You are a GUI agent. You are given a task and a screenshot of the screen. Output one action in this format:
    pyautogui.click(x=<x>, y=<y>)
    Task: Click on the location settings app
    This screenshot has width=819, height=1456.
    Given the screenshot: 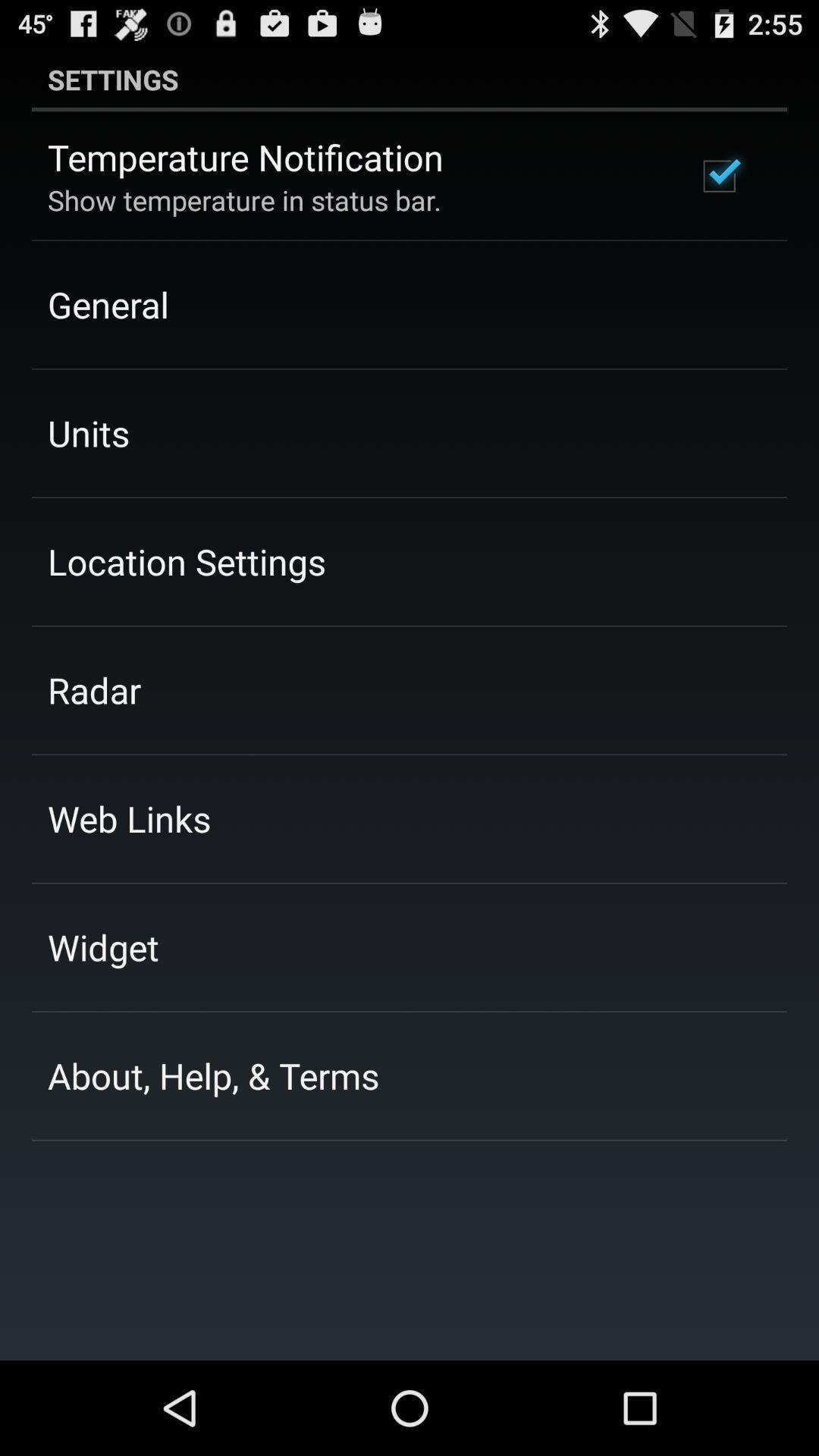 What is the action you would take?
    pyautogui.click(x=186, y=560)
    